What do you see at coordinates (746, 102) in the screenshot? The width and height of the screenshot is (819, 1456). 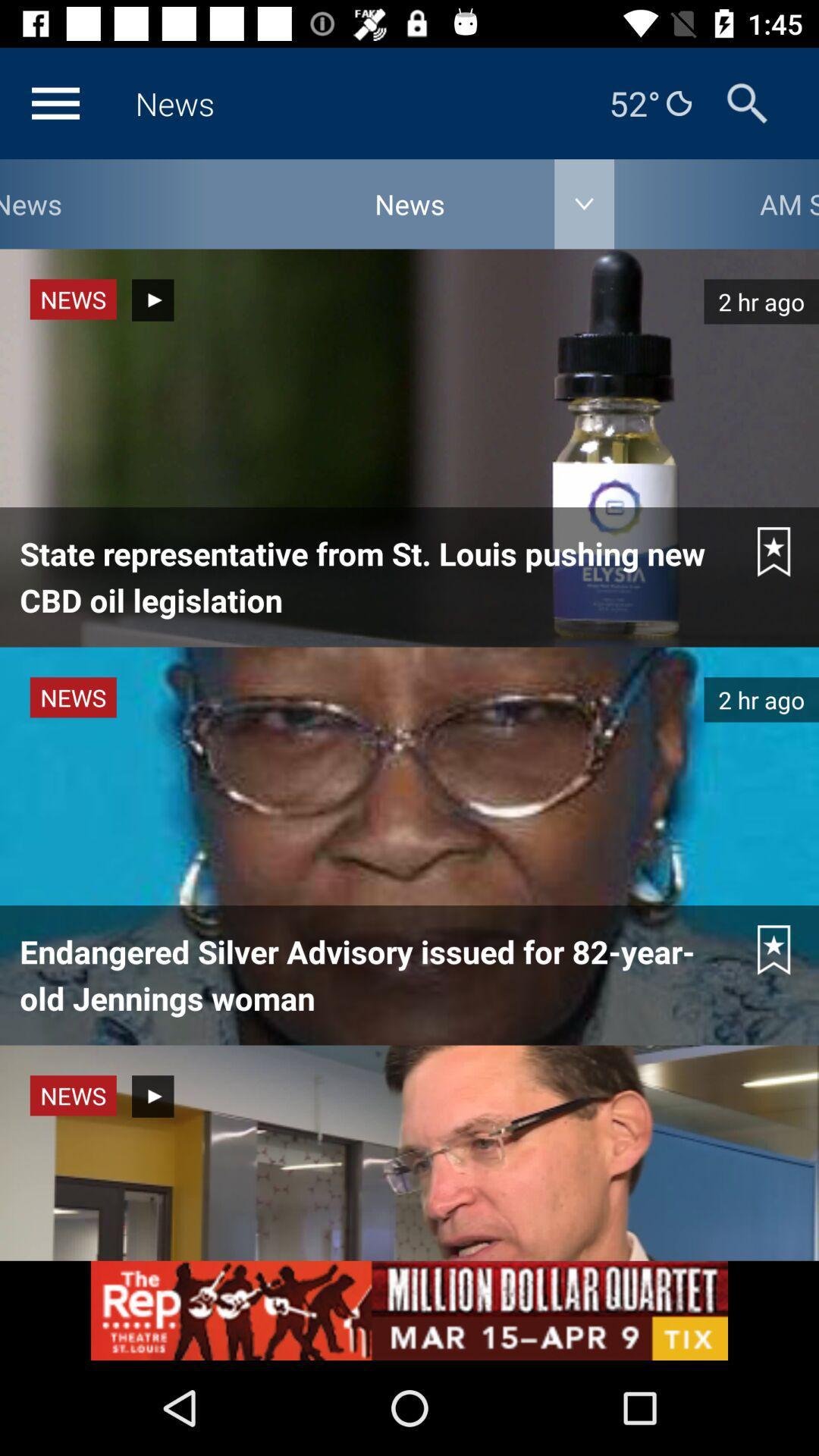 I see `the search icon` at bounding box center [746, 102].